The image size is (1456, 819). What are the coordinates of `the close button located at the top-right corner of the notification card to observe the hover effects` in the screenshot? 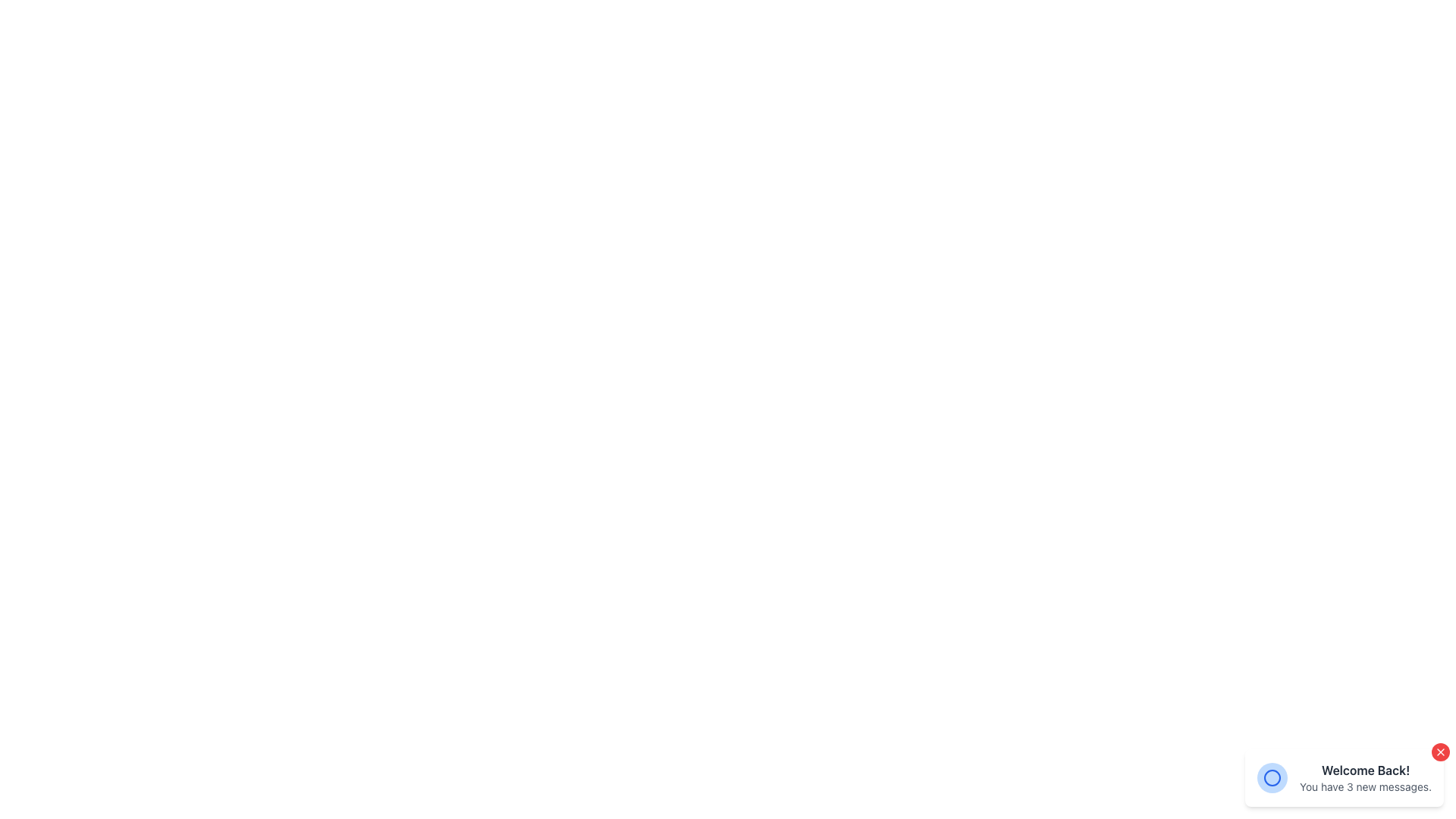 It's located at (1440, 752).